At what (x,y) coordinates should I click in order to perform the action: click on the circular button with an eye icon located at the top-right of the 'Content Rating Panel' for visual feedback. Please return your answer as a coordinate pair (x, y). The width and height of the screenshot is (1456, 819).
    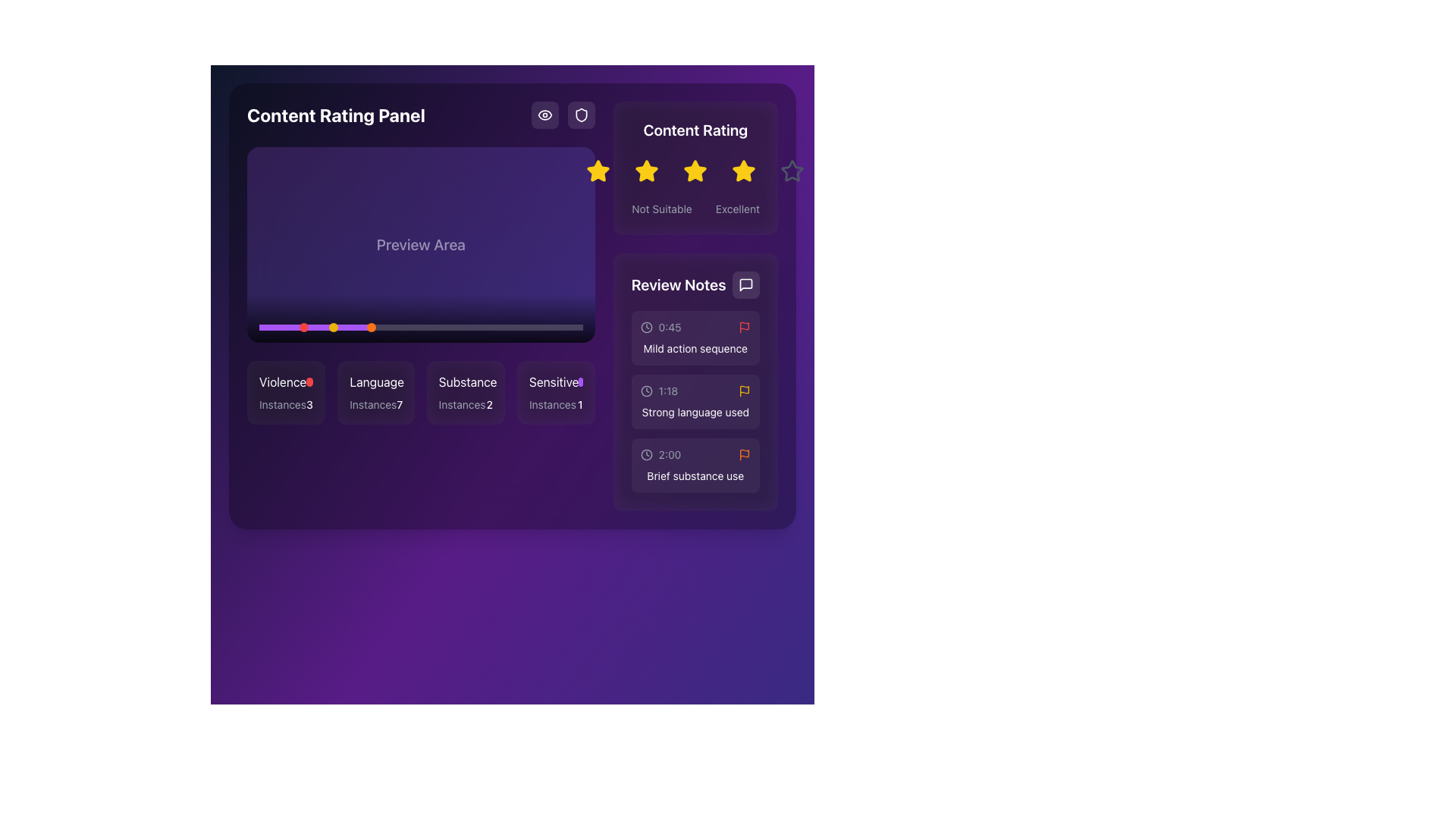
    Looking at the image, I should click on (544, 114).